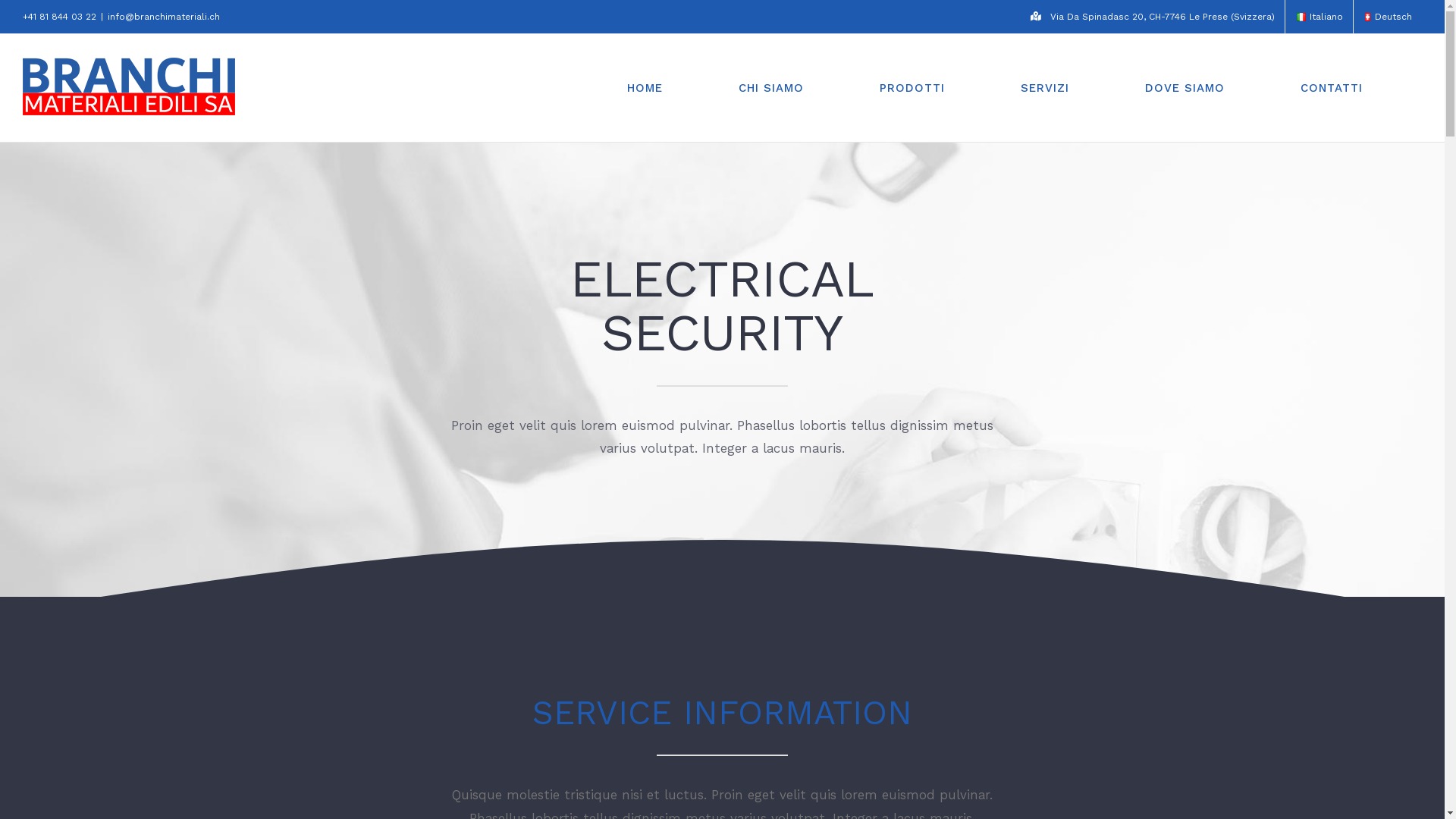 The width and height of the screenshot is (1456, 819). I want to click on 'Italiano', so click(1318, 17).